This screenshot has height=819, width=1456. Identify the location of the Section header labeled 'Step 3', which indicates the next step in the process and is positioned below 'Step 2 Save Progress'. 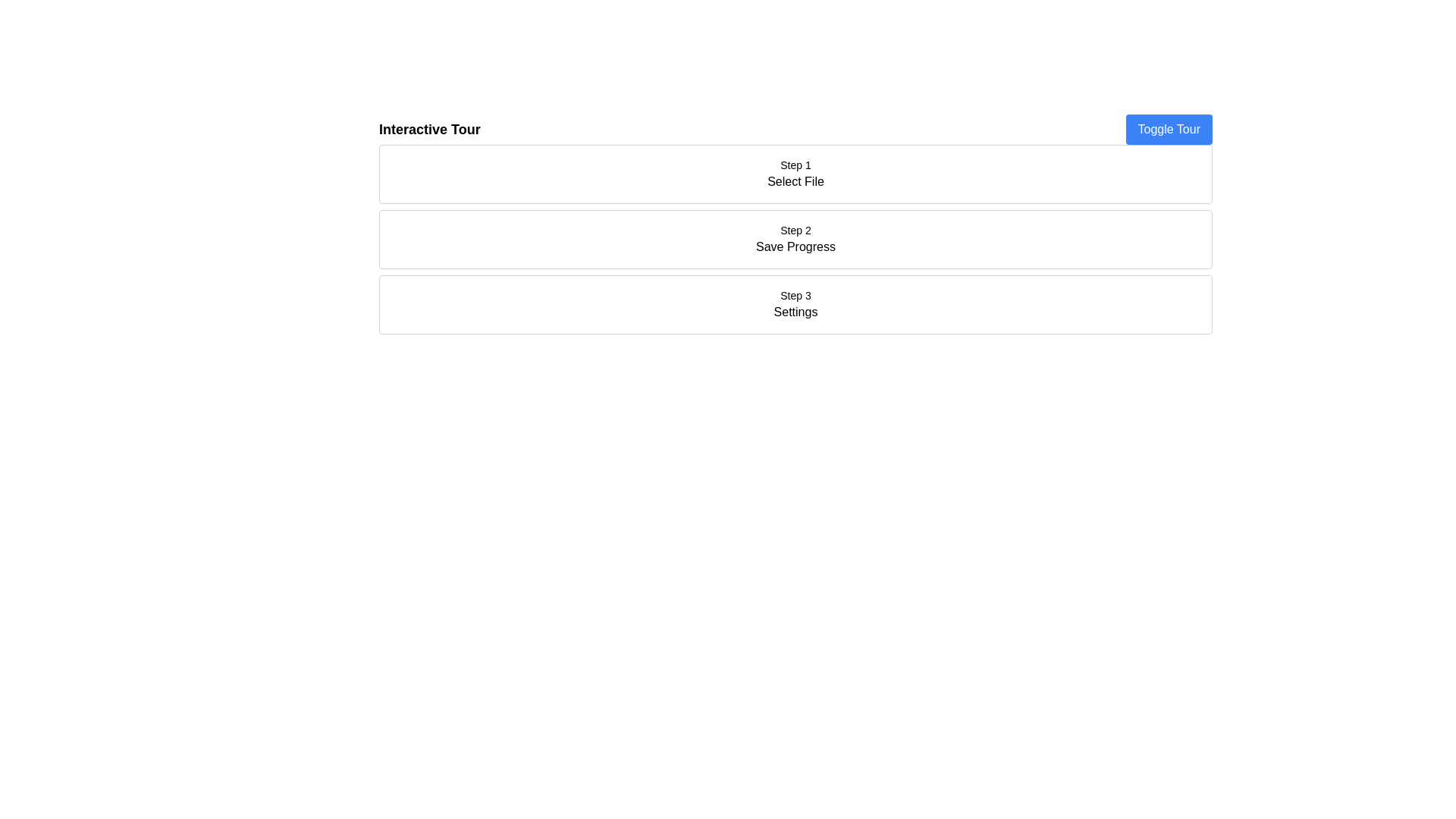
(795, 304).